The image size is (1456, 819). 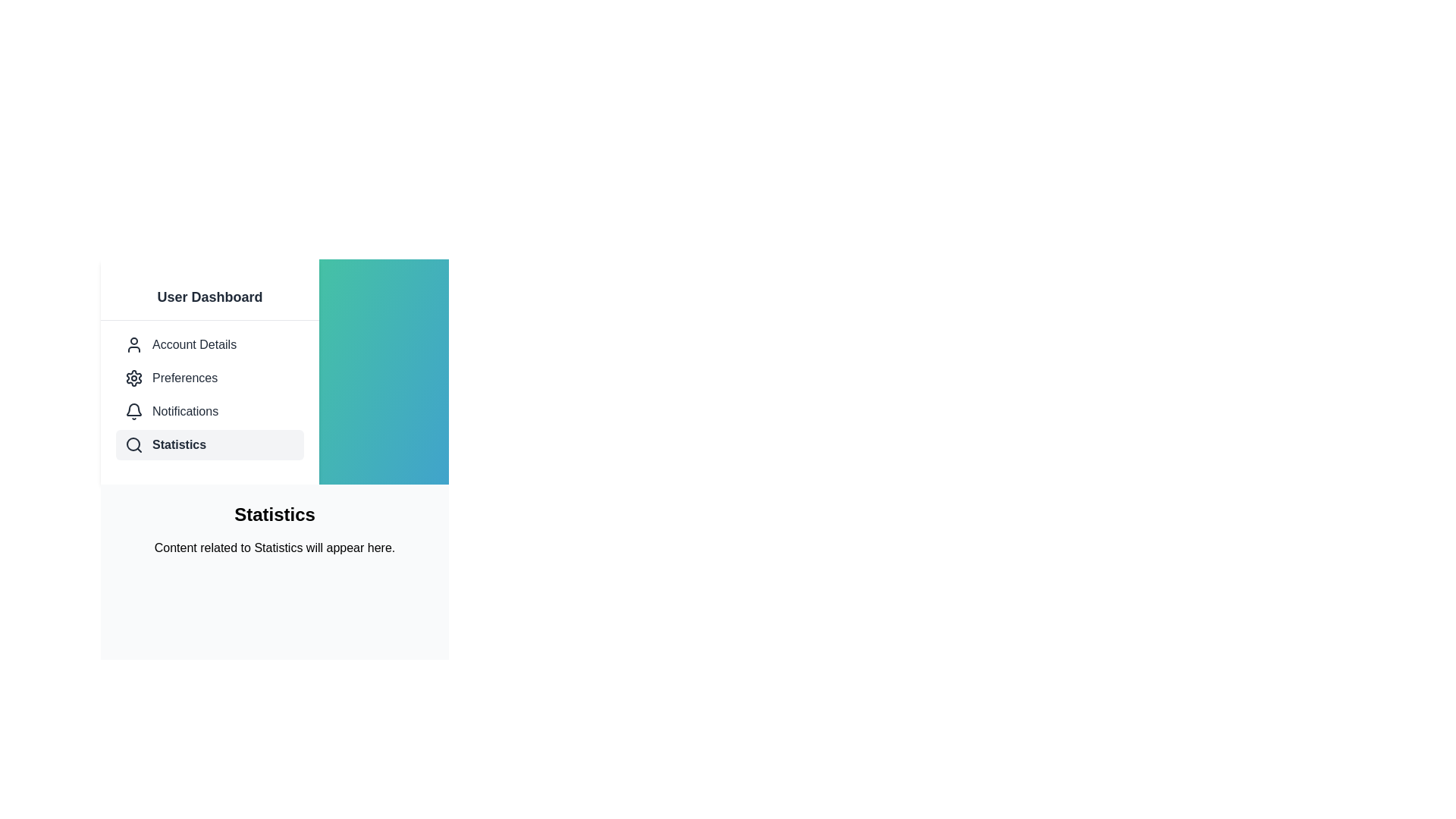 What do you see at coordinates (134, 345) in the screenshot?
I see `the 'Account Details' icon located in the User Dashboard menu on the left side, positioned above the Preferences icon` at bounding box center [134, 345].